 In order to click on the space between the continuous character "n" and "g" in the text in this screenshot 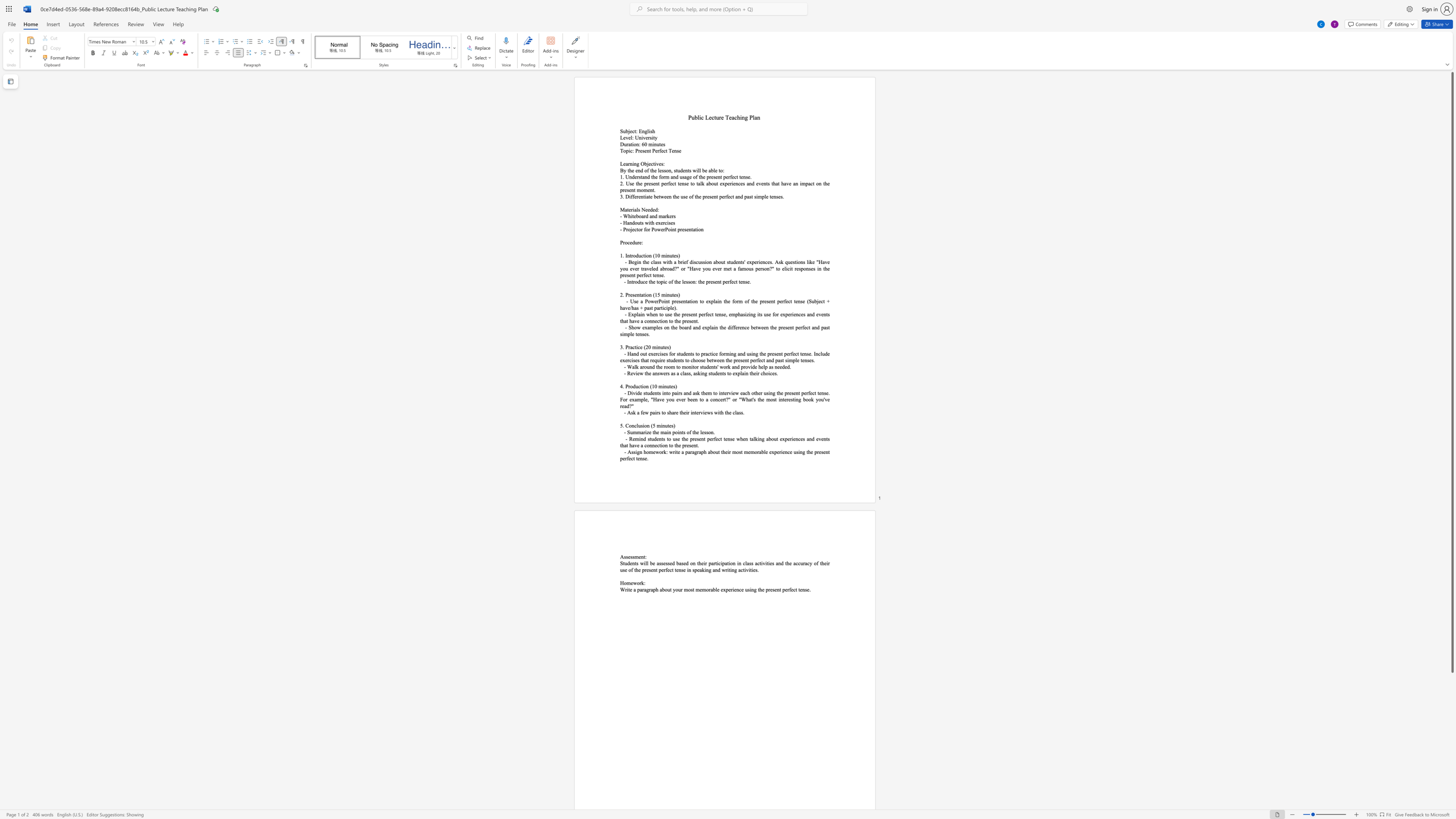, I will do `click(636, 163)`.